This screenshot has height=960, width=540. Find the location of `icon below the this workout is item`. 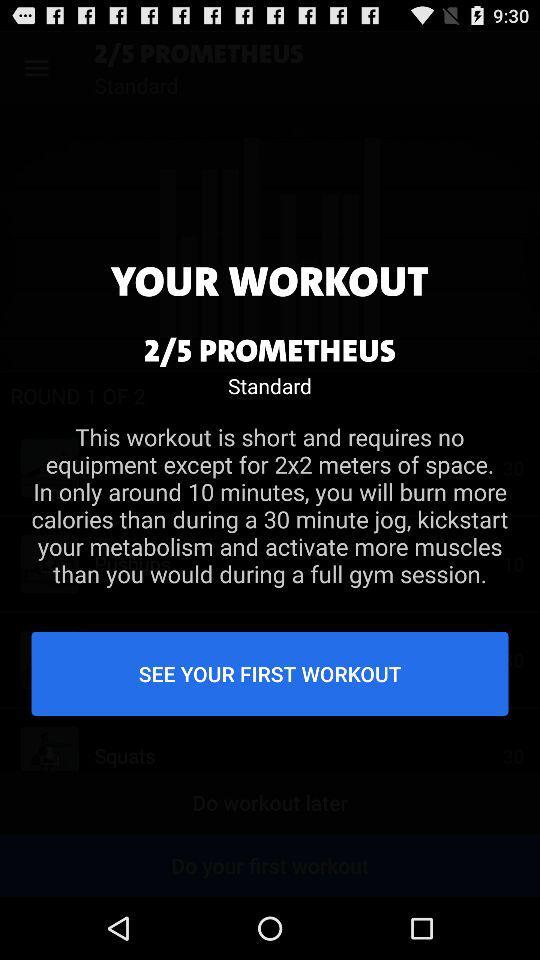

icon below the this workout is item is located at coordinates (270, 673).